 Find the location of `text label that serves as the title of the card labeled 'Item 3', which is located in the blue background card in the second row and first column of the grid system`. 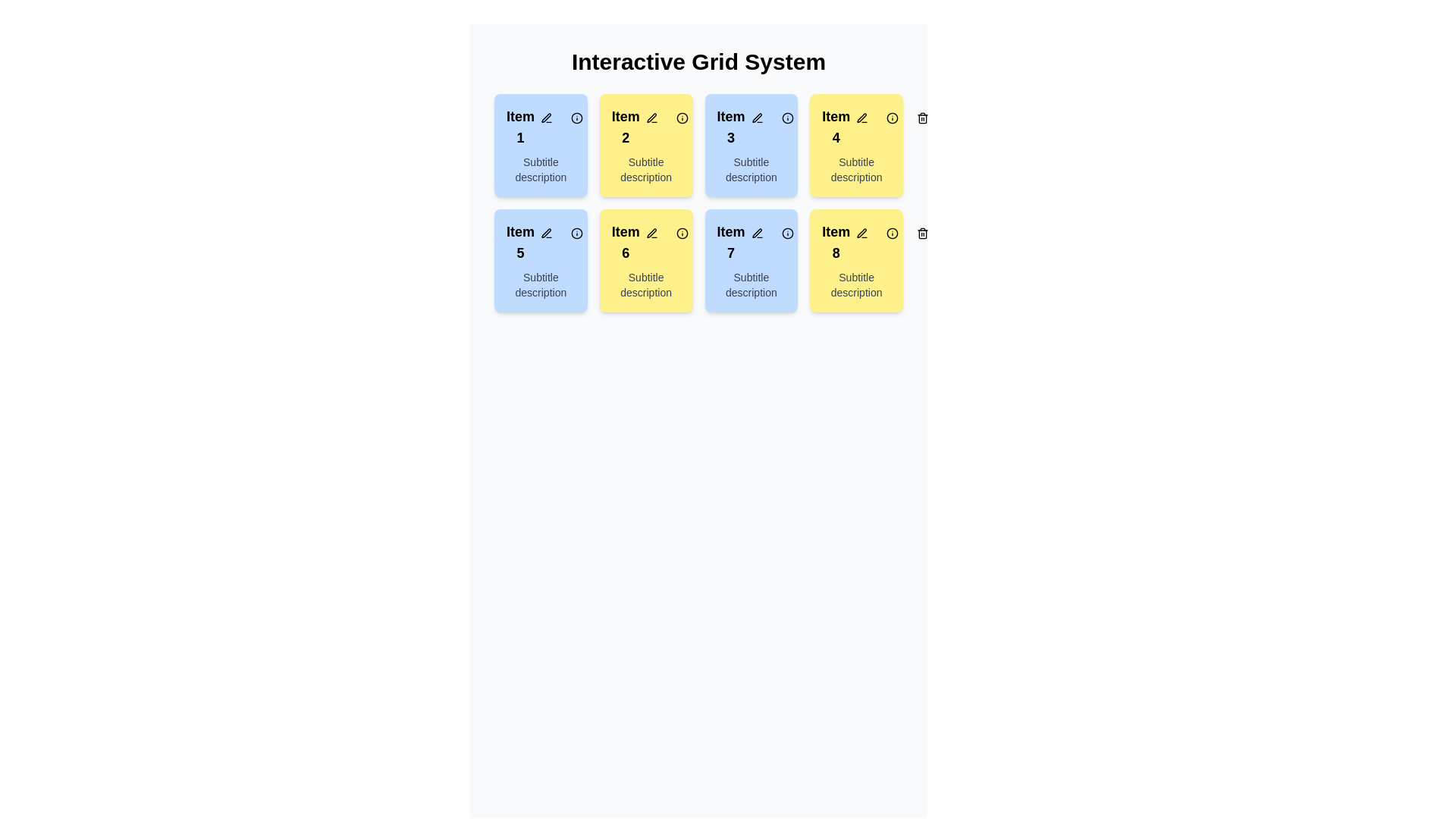

text label that serves as the title of the card labeled 'Item 3', which is located in the blue background card in the second row and first column of the grid system is located at coordinates (751, 127).